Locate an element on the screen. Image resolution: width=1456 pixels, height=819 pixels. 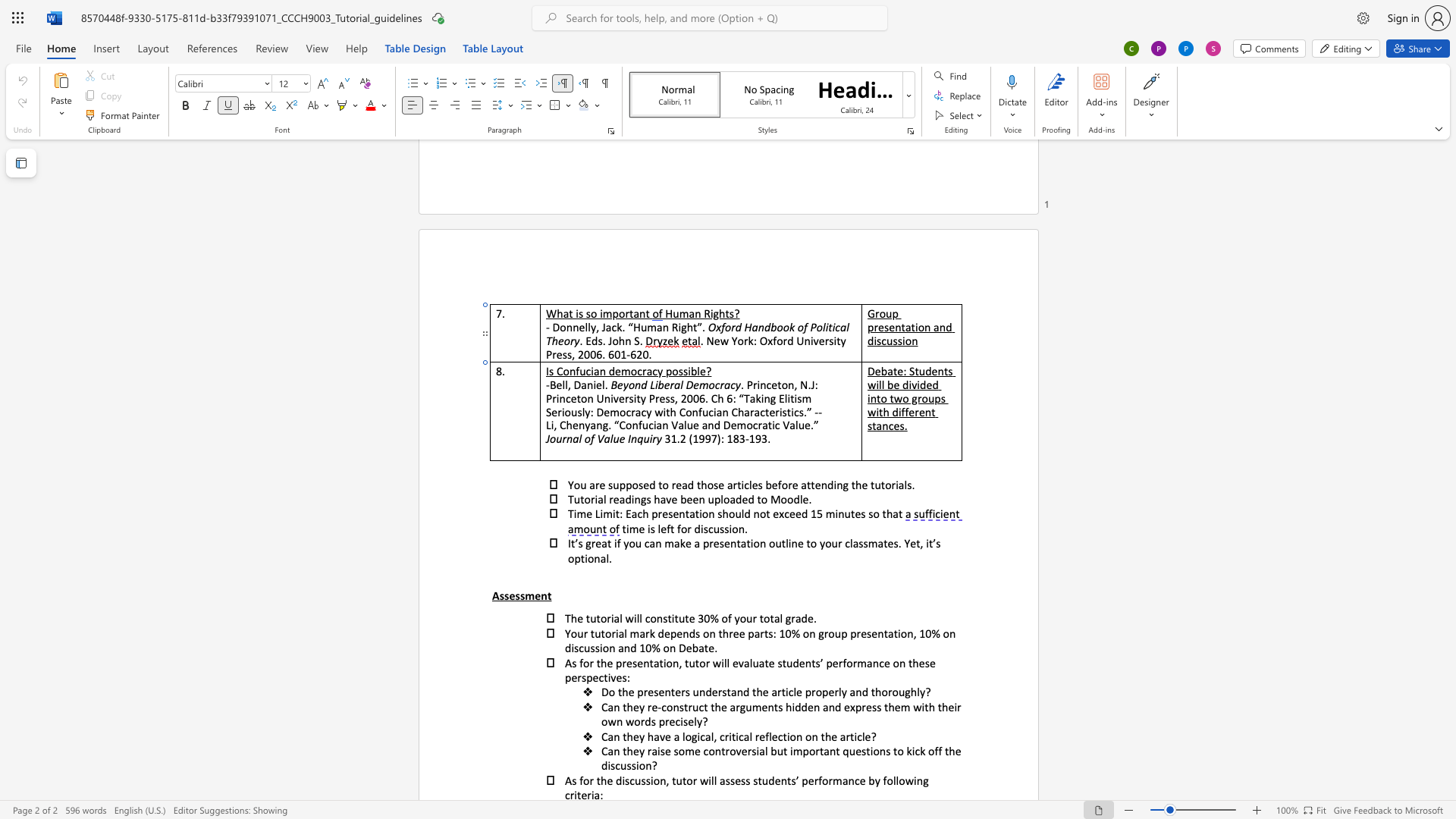
the space between the continuous character "s" and "s" in the text is located at coordinates (863, 542).